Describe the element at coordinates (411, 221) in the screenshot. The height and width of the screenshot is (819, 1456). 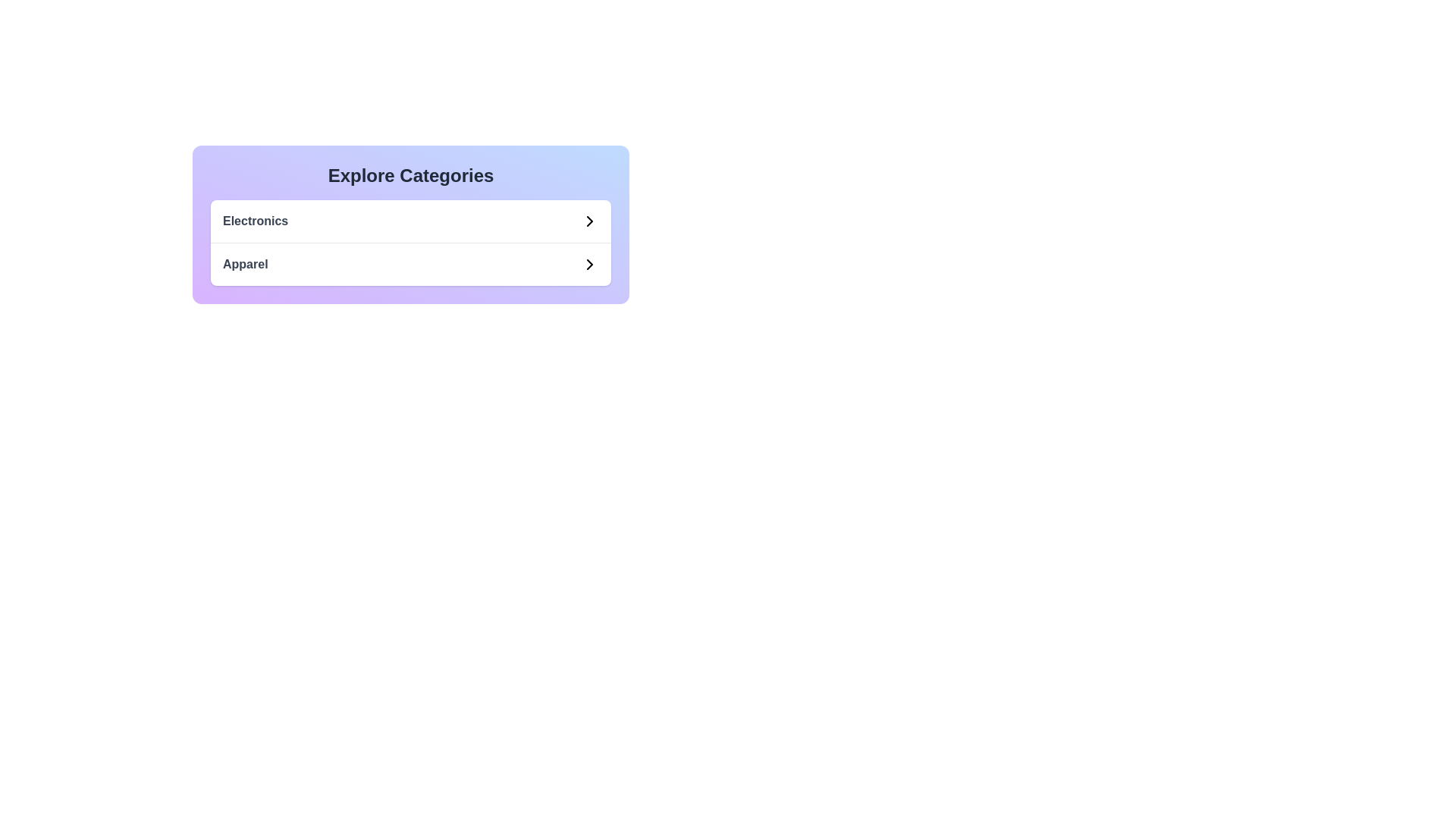
I see `the 'Electronics' category item in the list under 'Explore Categories'` at that location.